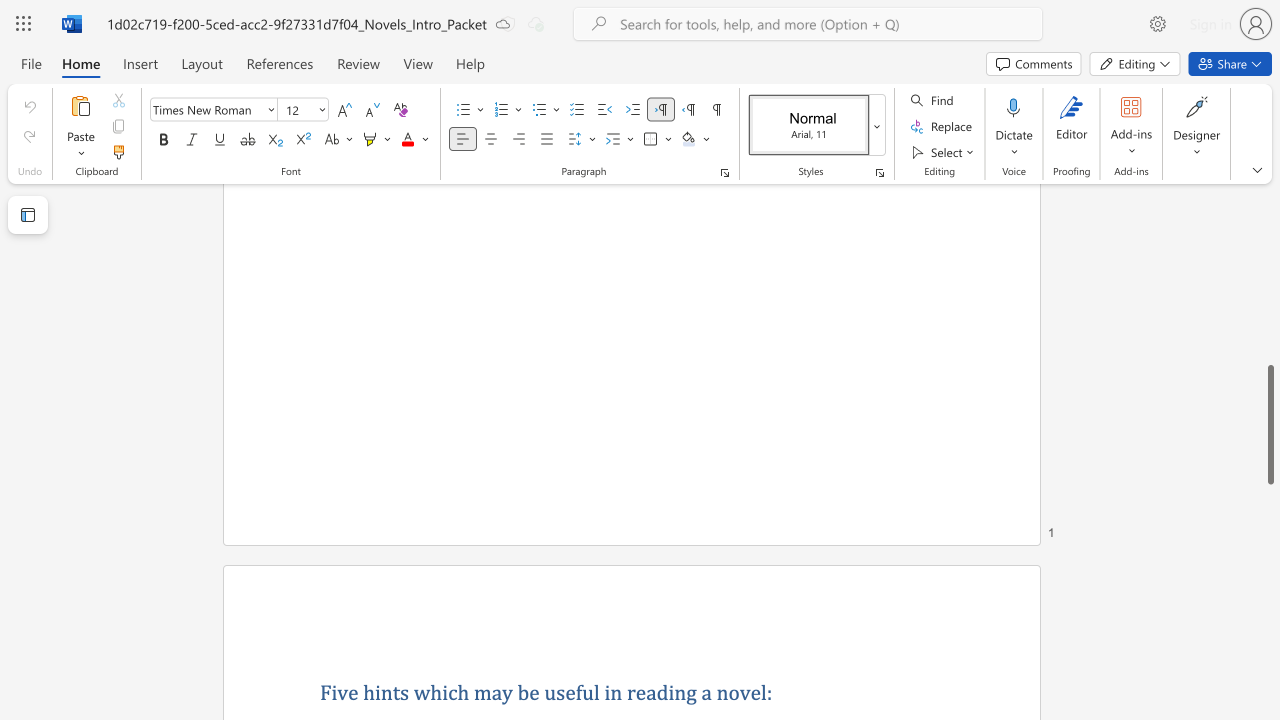 The width and height of the screenshot is (1280, 720). What do you see at coordinates (1269, 238) in the screenshot?
I see `the scrollbar on the side` at bounding box center [1269, 238].